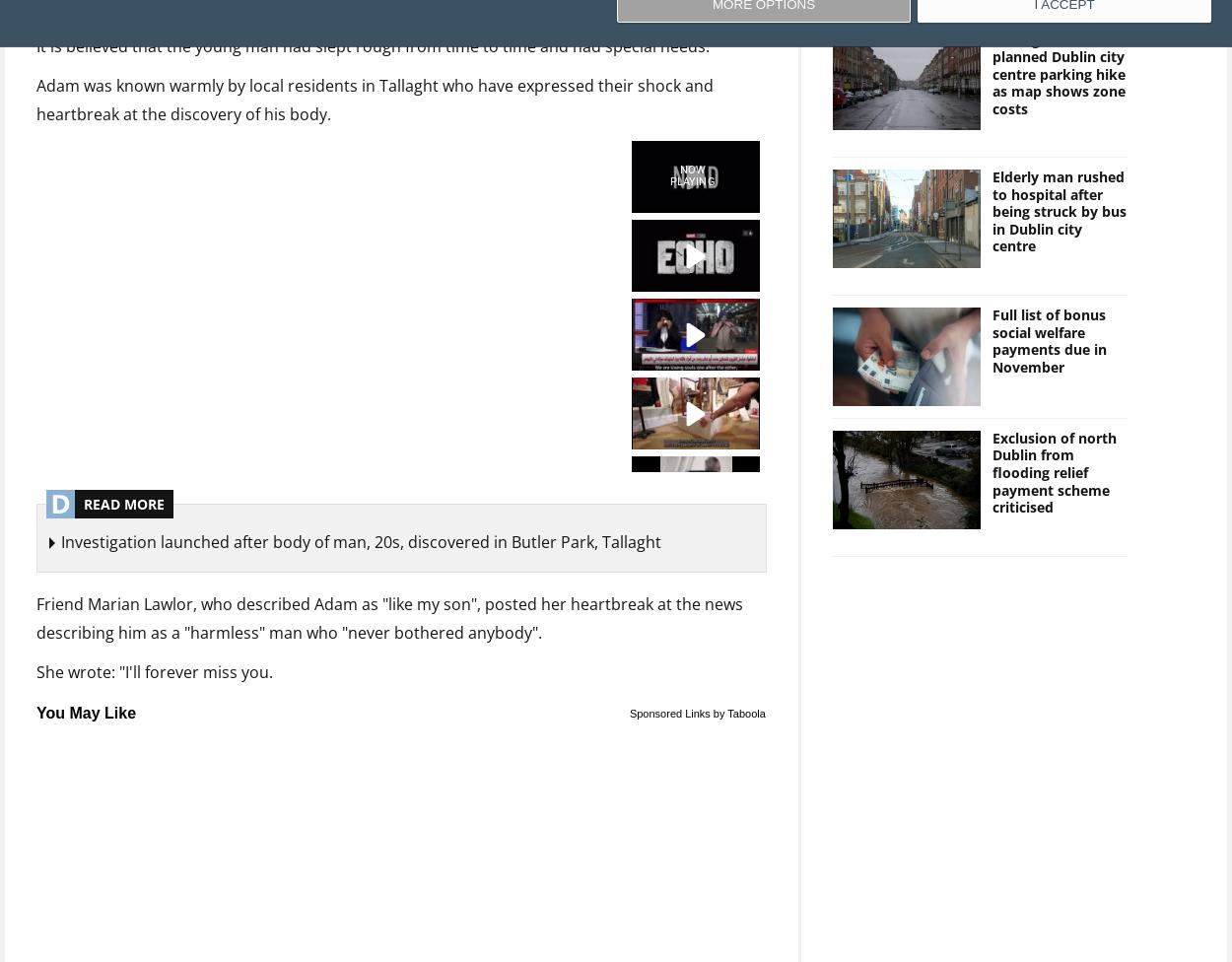 This screenshot has height=962, width=1232. Describe the element at coordinates (1058, 211) in the screenshot. I see `'Elderly man rushed to hospital after being struck by bus in Dublin city centre'` at that location.